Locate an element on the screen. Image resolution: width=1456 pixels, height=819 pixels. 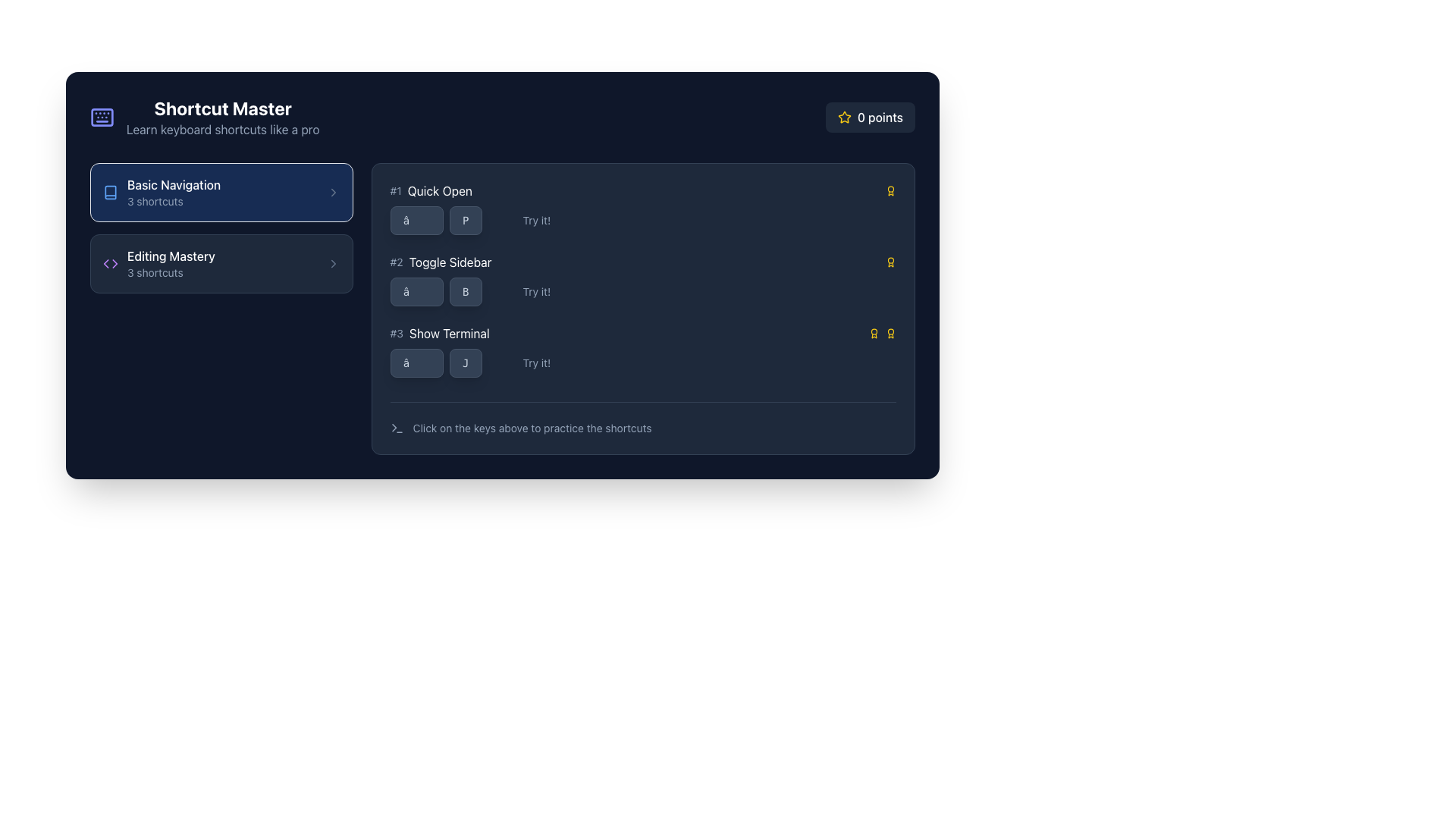
information presented in the 'Basic Navigation' text element, which displays 'Basic Navigation' in white and '3 shortcuts' in light gray, located in the top half of a blue bordered card is located at coordinates (174, 192).